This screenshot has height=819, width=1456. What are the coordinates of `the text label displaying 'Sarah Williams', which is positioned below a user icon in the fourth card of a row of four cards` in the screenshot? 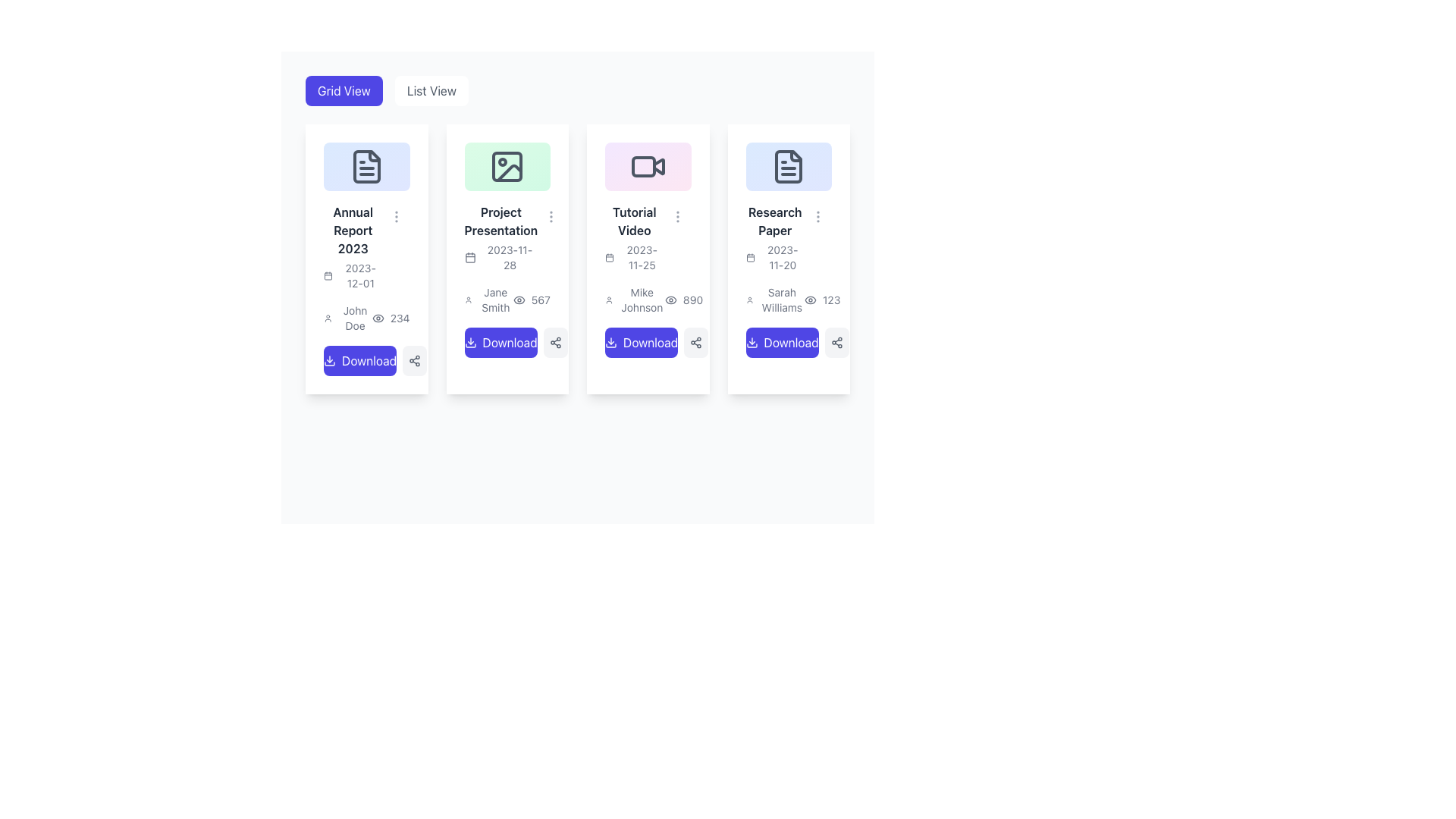 It's located at (782, 300).